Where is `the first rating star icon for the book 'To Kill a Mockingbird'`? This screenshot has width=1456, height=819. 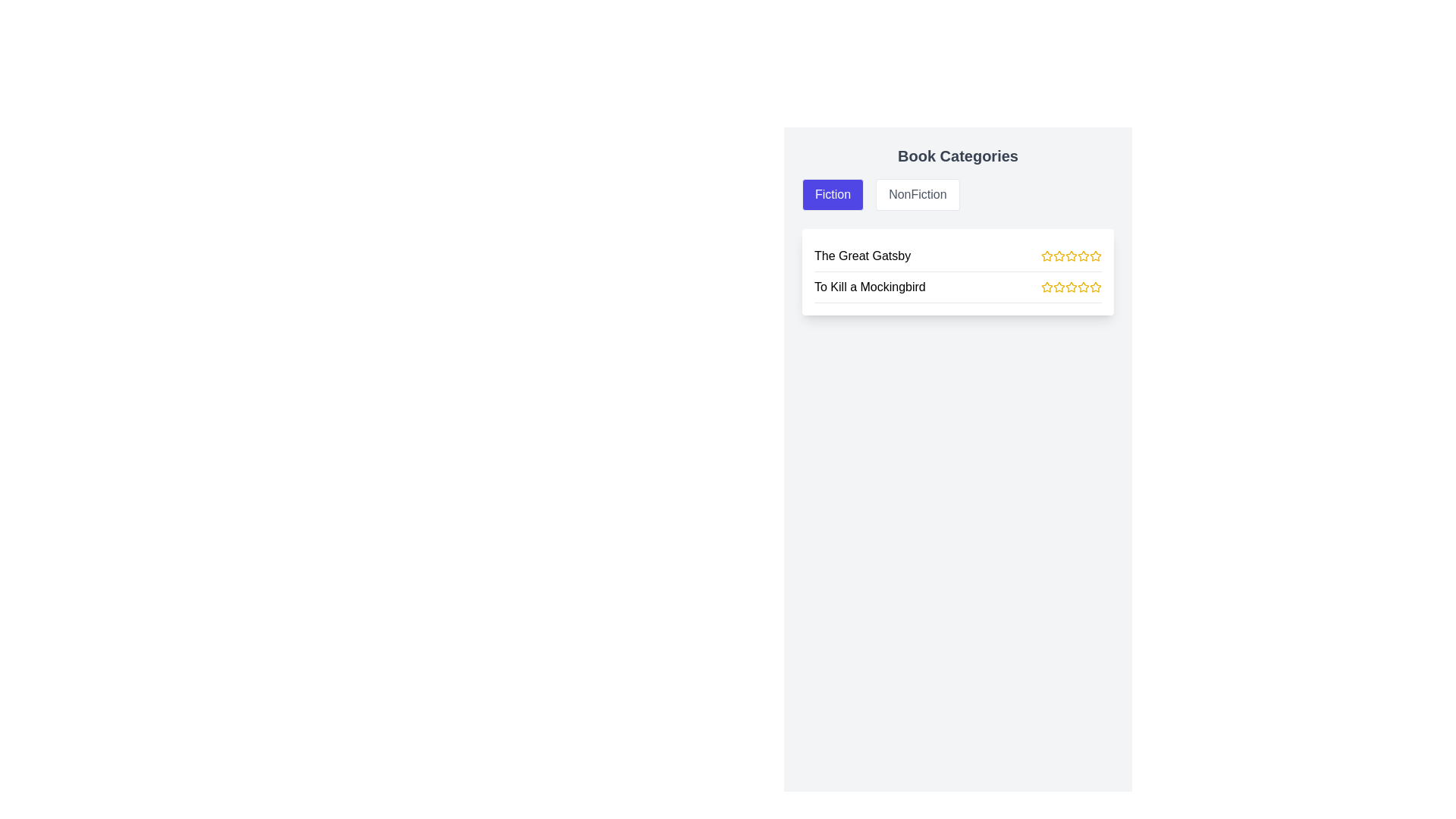 the first rating star icon for the book 'To Kill a Mockingbird' is located at coordinates (1046, 287).